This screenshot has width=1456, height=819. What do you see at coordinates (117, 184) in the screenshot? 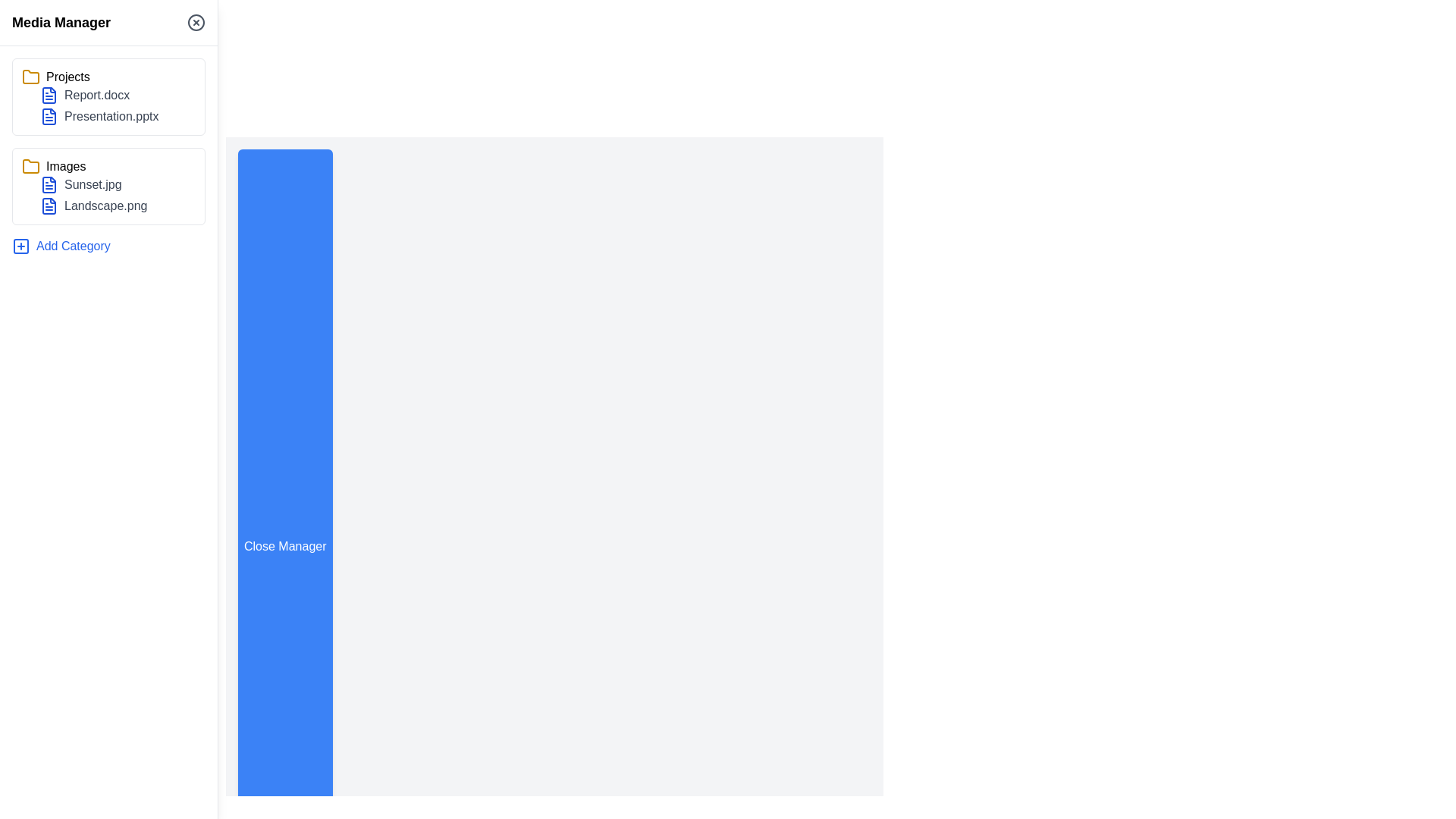
I see `the text label displaying the file name 'Sunset.jpg'` at bounding box center [117, 184].